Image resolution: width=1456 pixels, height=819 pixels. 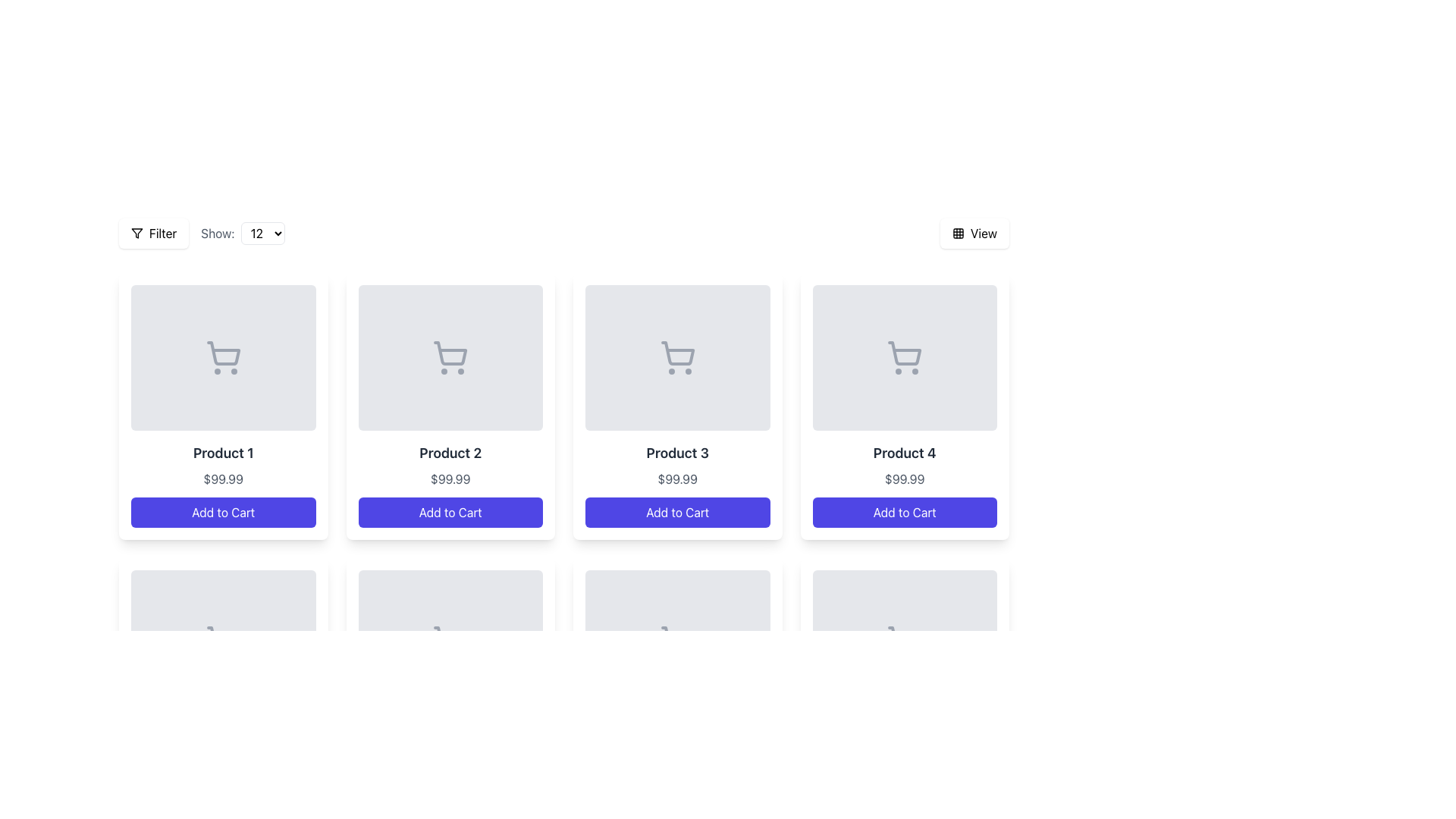 What do you see at coordinates (450, 357) in the screenshot?
I see `the shopping cart icon located in the upper portion of the second product card within the grid layout to interact with it` at bounding box center [450, 357].